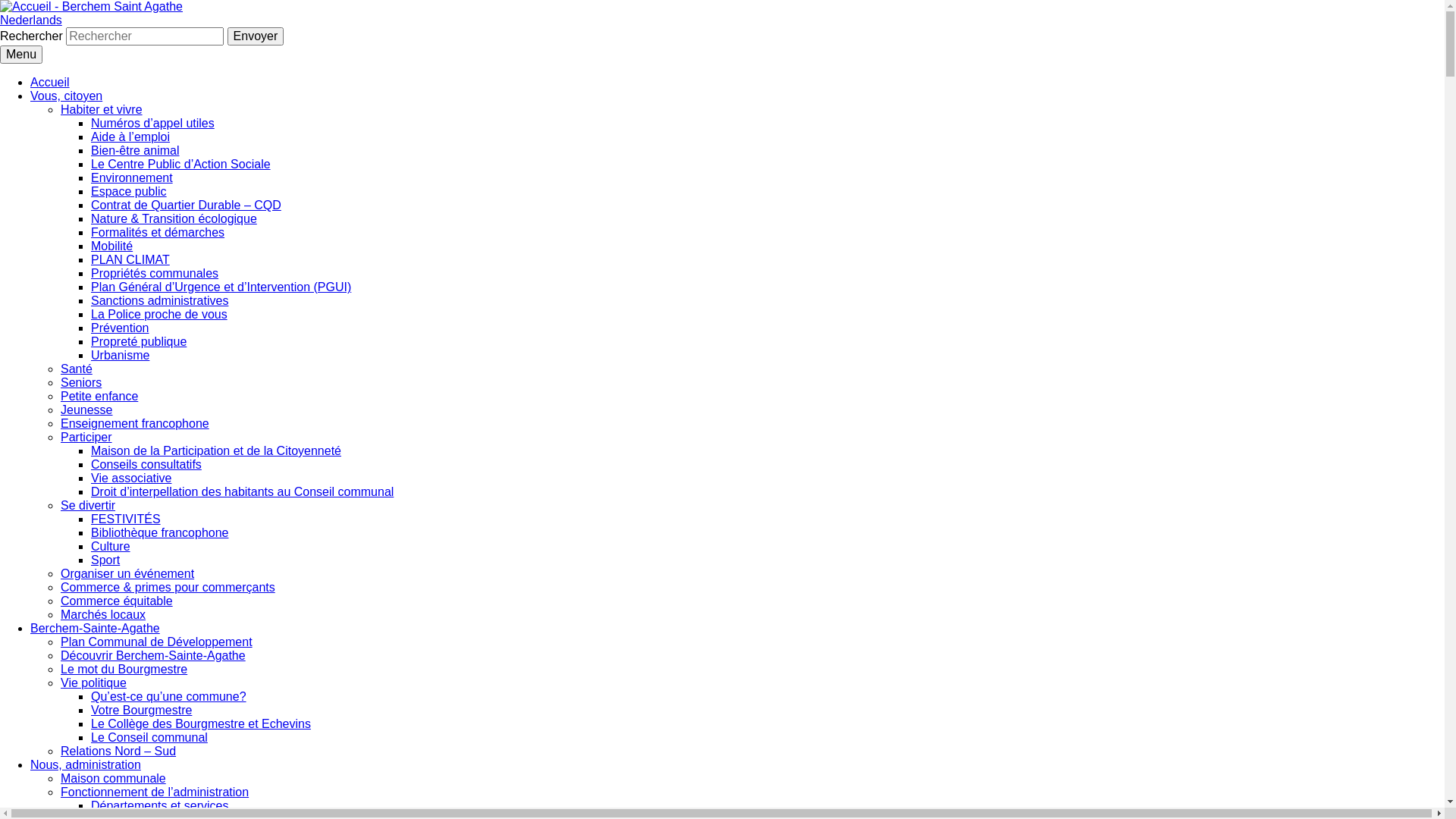 The image size is (1456, 819). I want to click on 'Vie associative', so click(130, 478).